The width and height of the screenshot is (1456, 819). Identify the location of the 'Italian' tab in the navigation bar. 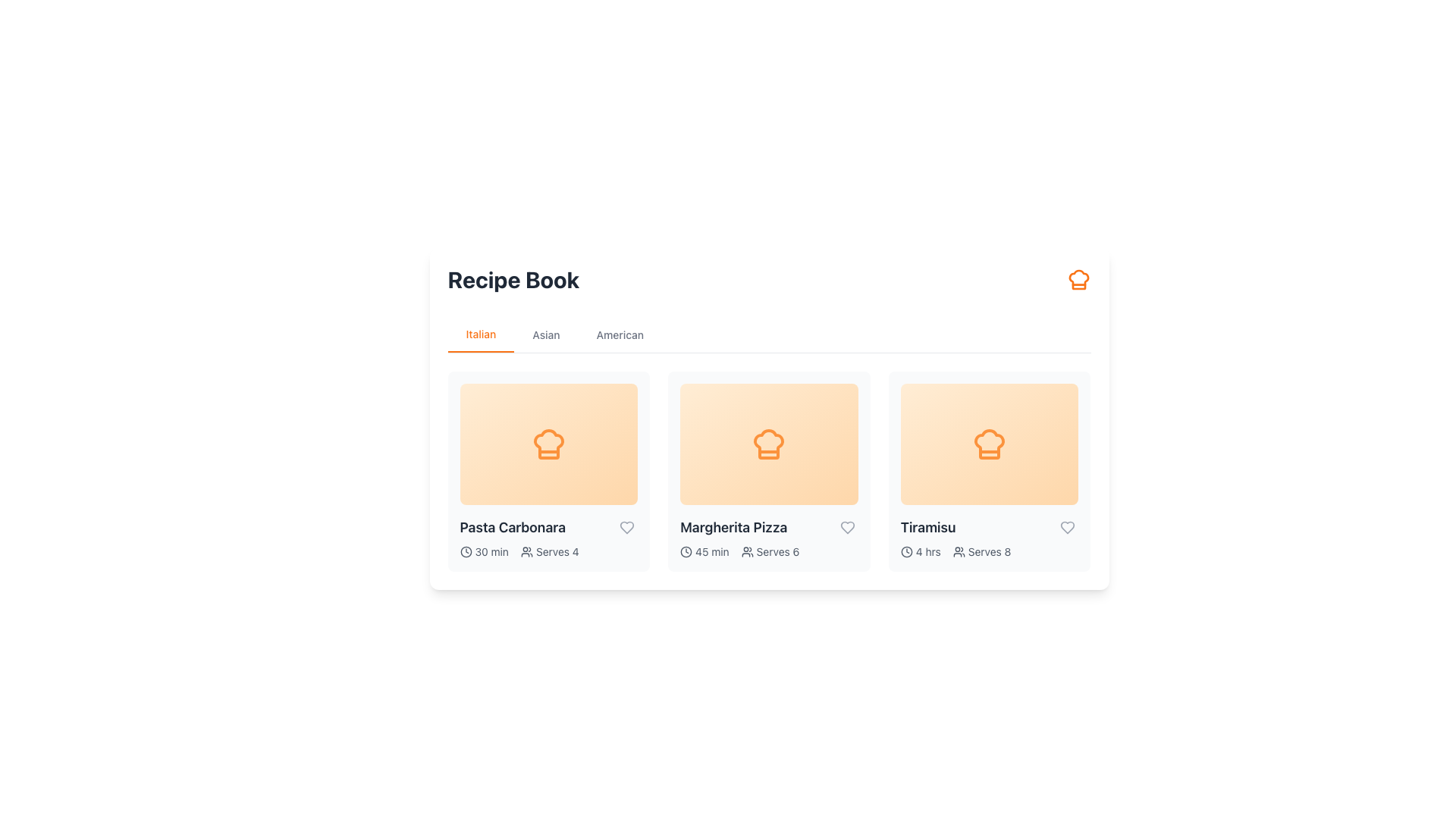
(480, 334).